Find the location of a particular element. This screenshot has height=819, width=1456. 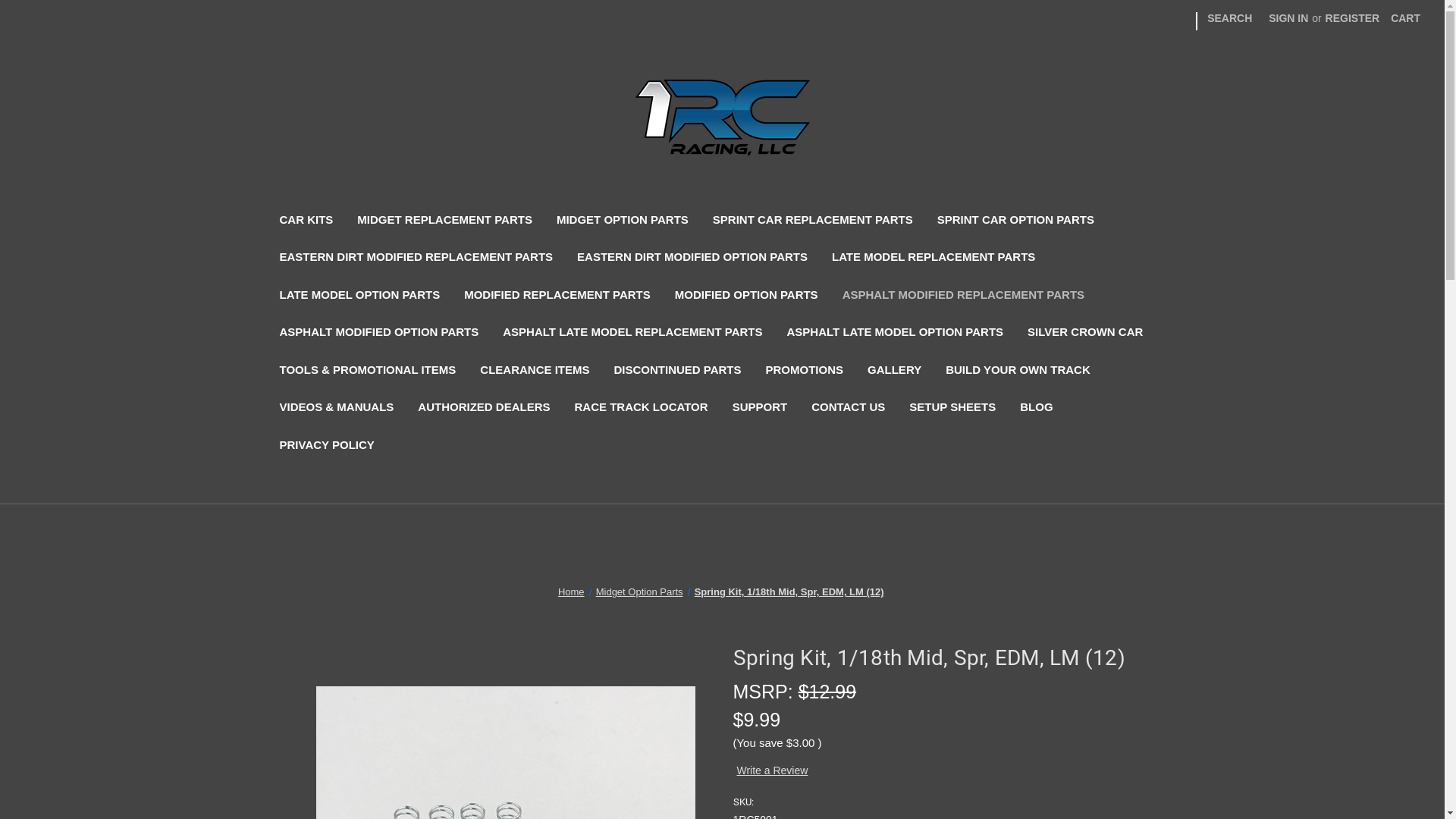

'CLEARANCE ITEMS' is located at coordinates (535, 372).